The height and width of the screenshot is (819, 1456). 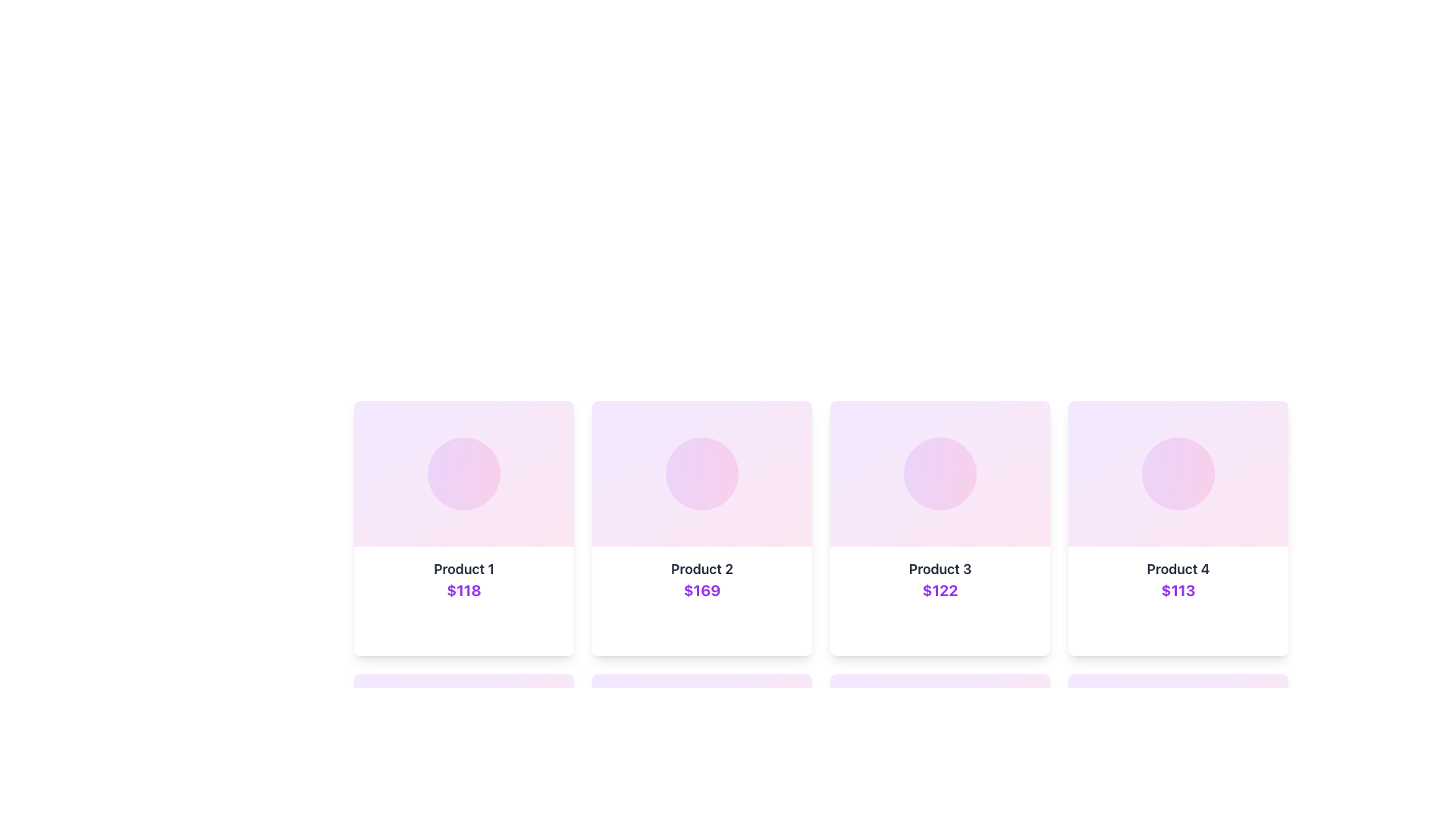 What do you see at coordinates (1178, 590) in the screenshot?
I see `the price Text Label located below 'Product 4' and above the 'Add to Cart' buttons in the fourth product card` at bounding box center [1178, 590].